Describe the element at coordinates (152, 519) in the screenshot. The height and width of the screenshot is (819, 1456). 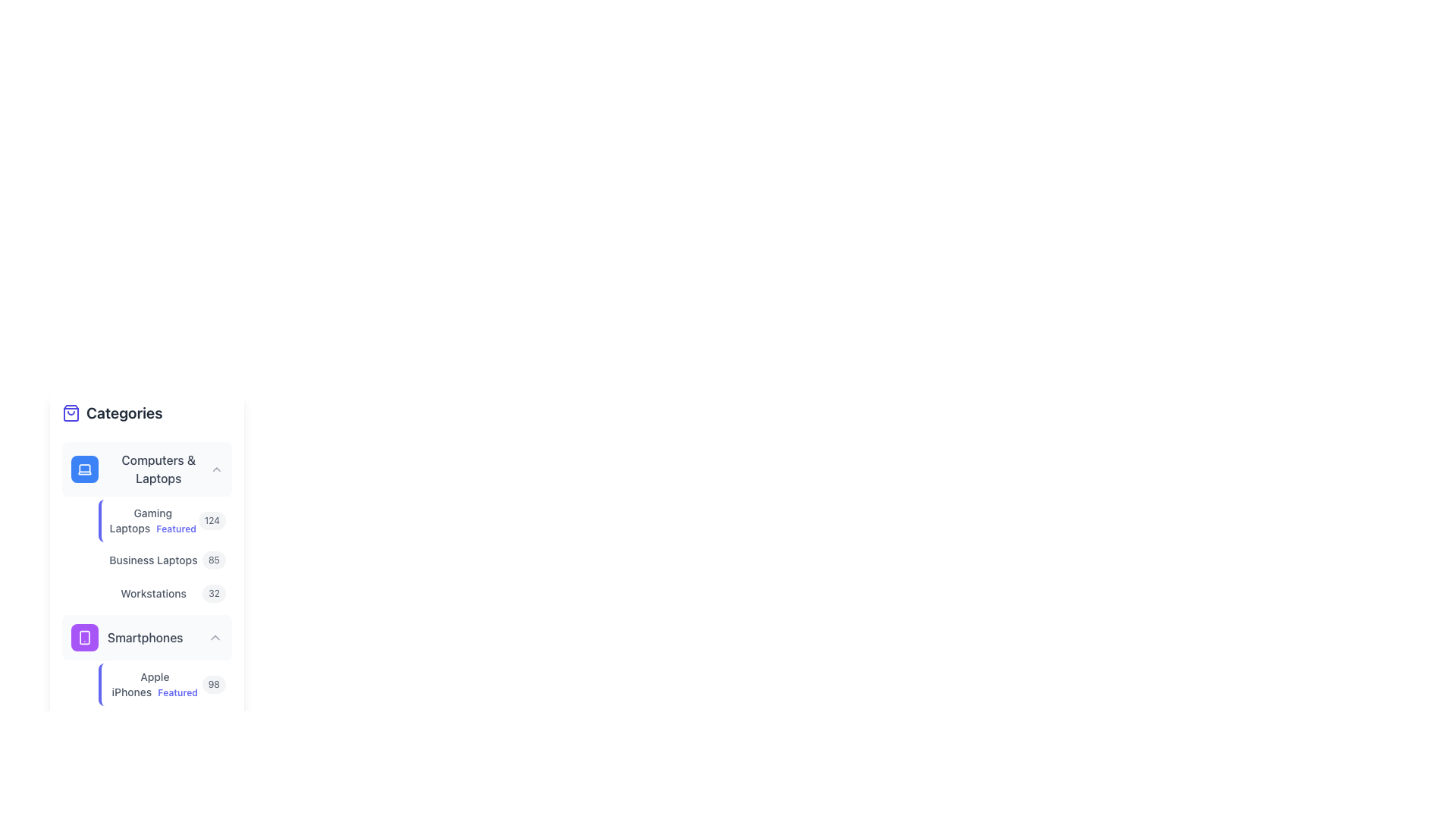
I see `the 'Gaming Laptops' link, which has a smaller 'Featured' label in blue` at that location.